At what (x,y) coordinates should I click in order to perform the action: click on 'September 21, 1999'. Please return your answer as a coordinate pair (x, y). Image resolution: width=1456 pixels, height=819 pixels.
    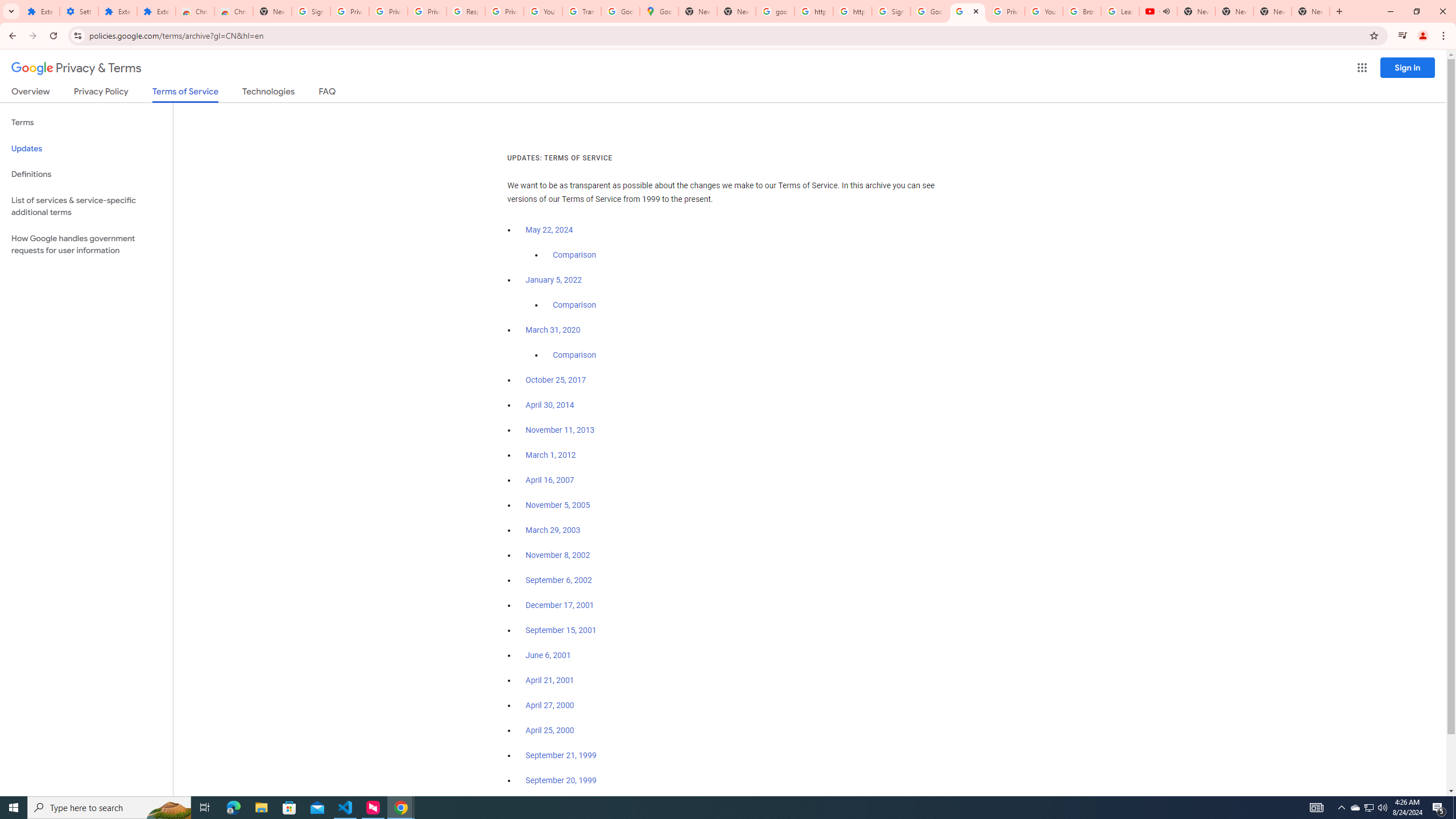
    Looking at the image, I should click on (561, 754).